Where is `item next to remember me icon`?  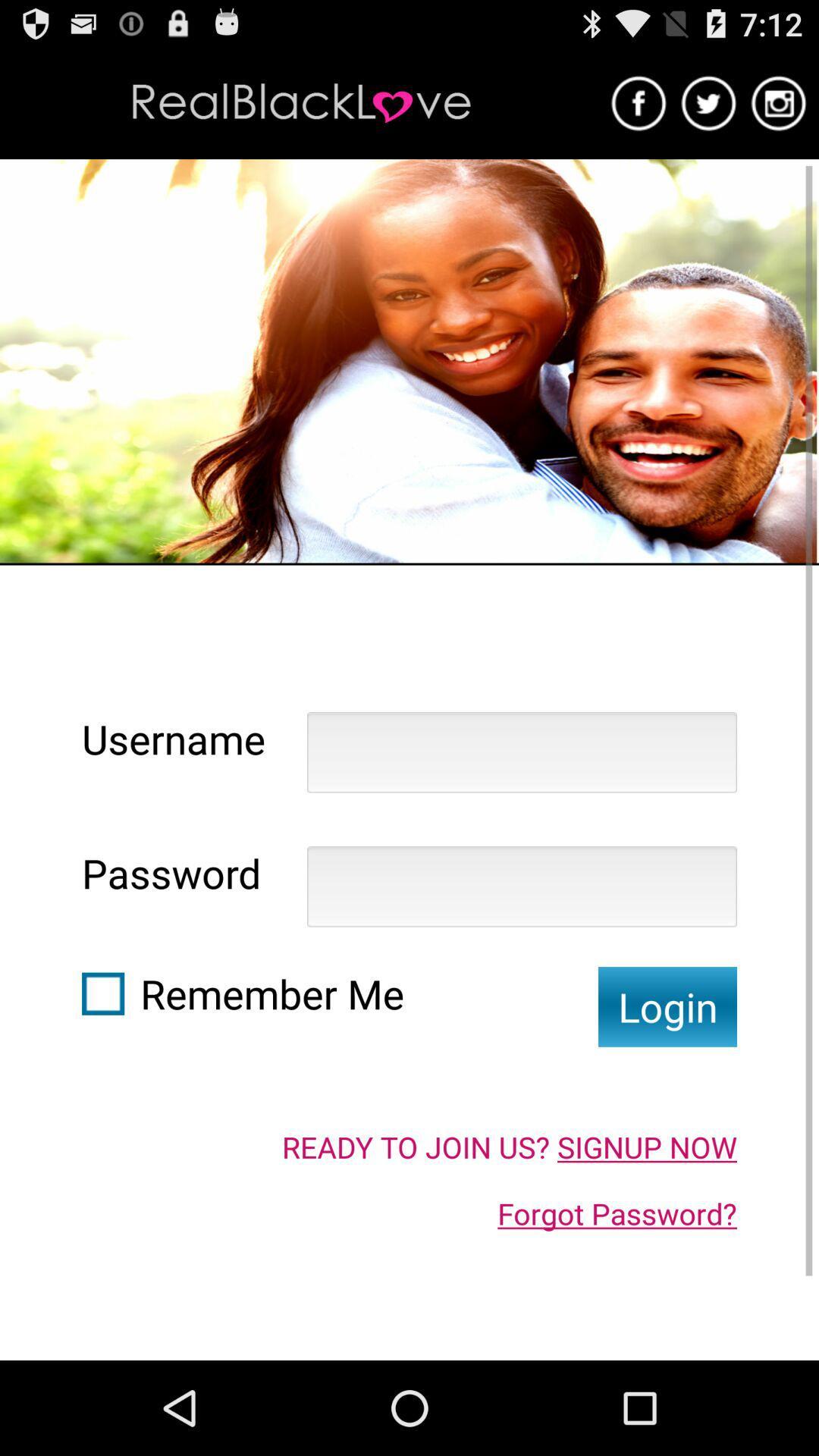
item next to remember me icon is located at coordinates (102, 993).